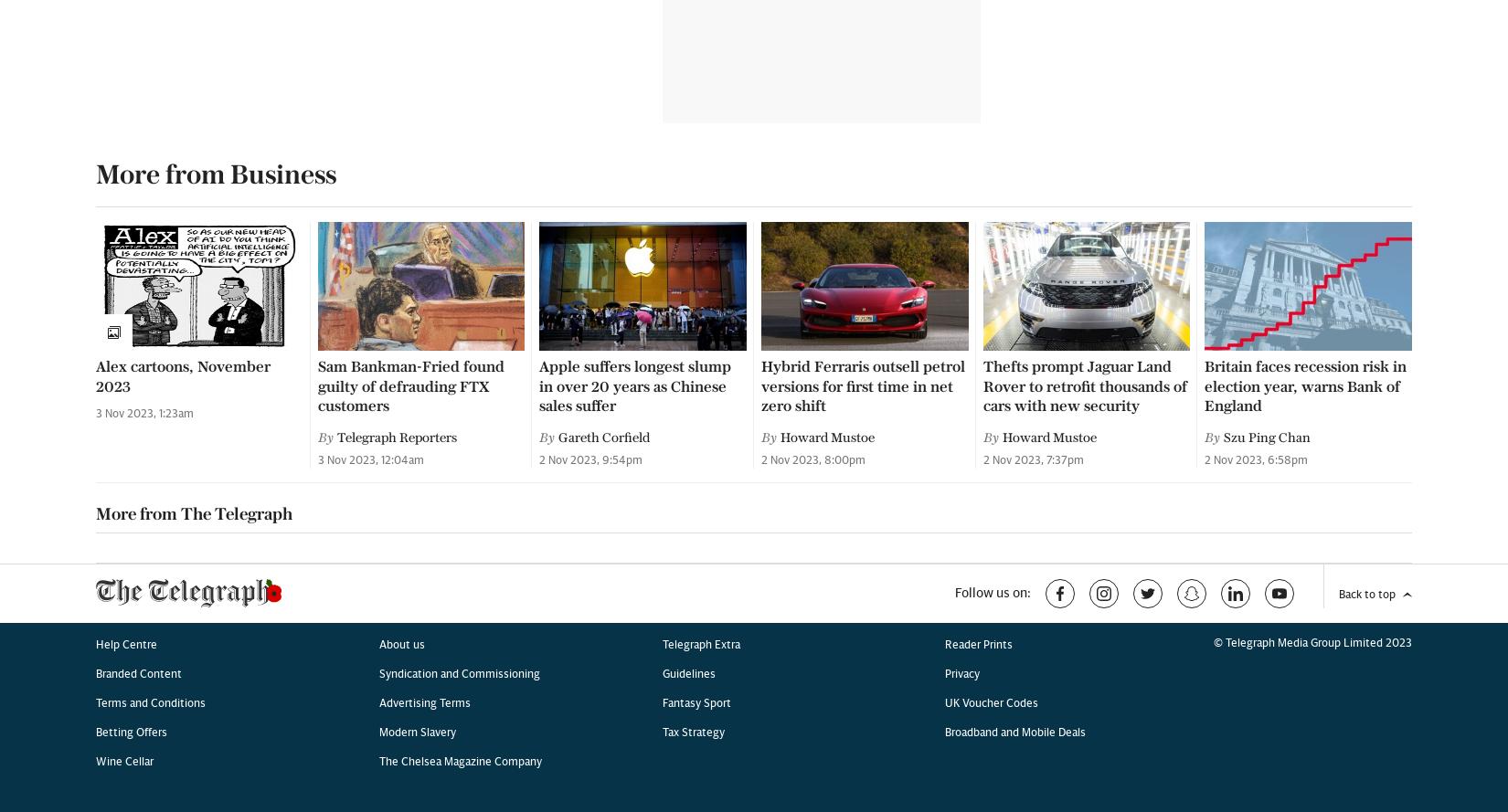 This screenshot has width=1508, height=812. I want to click on 'Branded Content', so click(138, 109).